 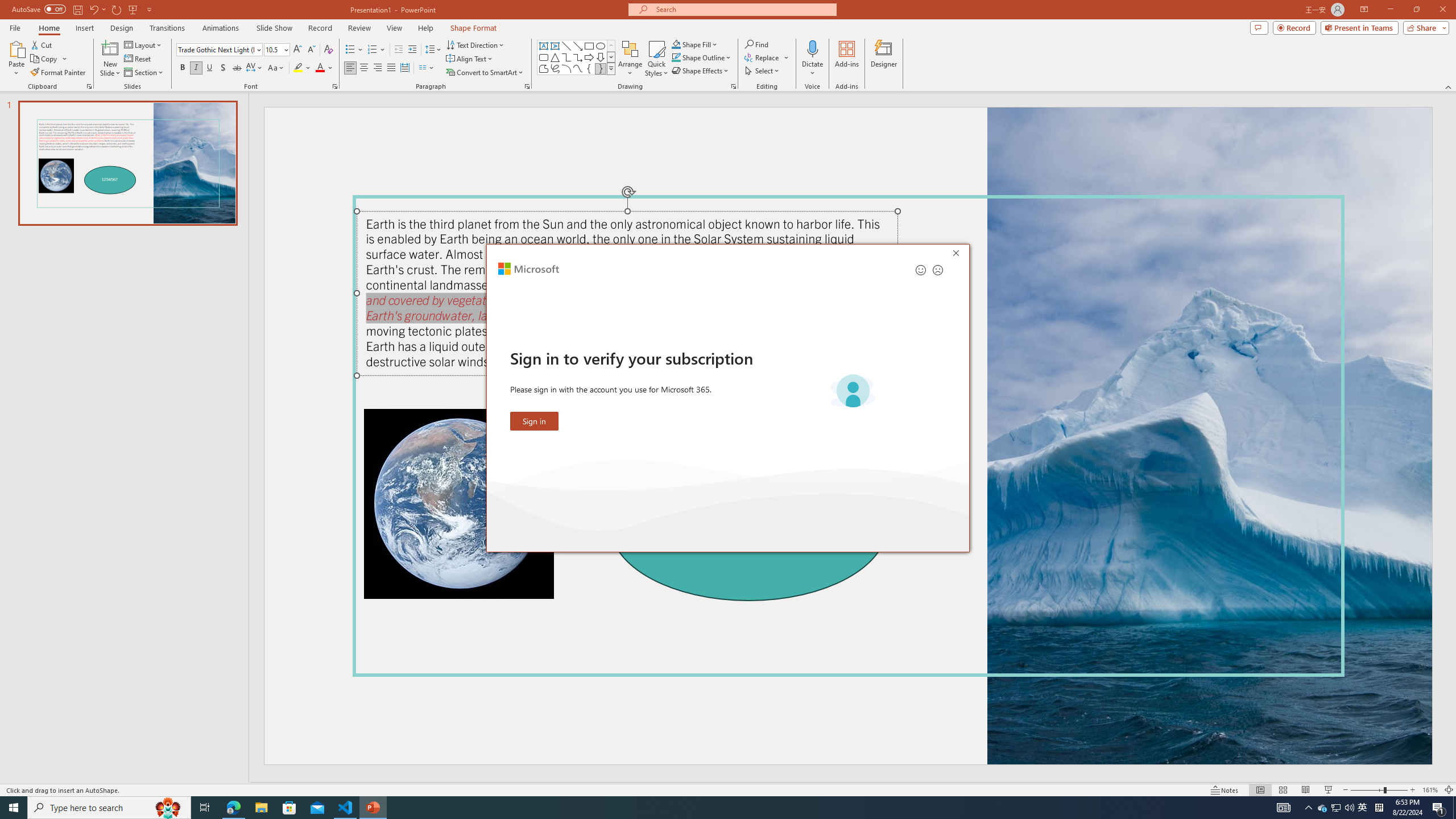 I want to click on 'Center', so click(x=364, y=67).